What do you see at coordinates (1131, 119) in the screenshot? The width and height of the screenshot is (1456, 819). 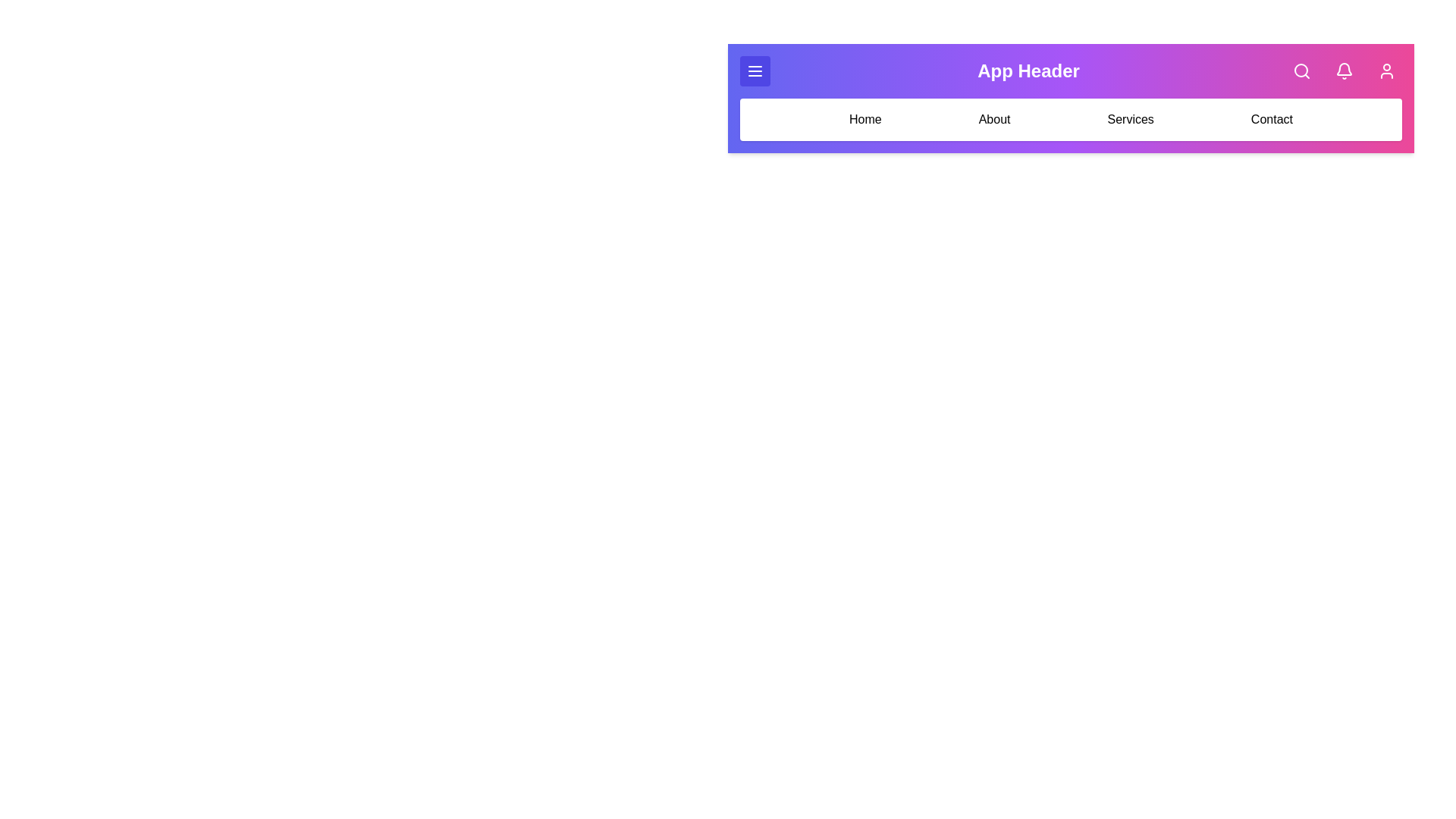 I see `the menu option Services from the navigation bar` at bounding box center [1131, 119].